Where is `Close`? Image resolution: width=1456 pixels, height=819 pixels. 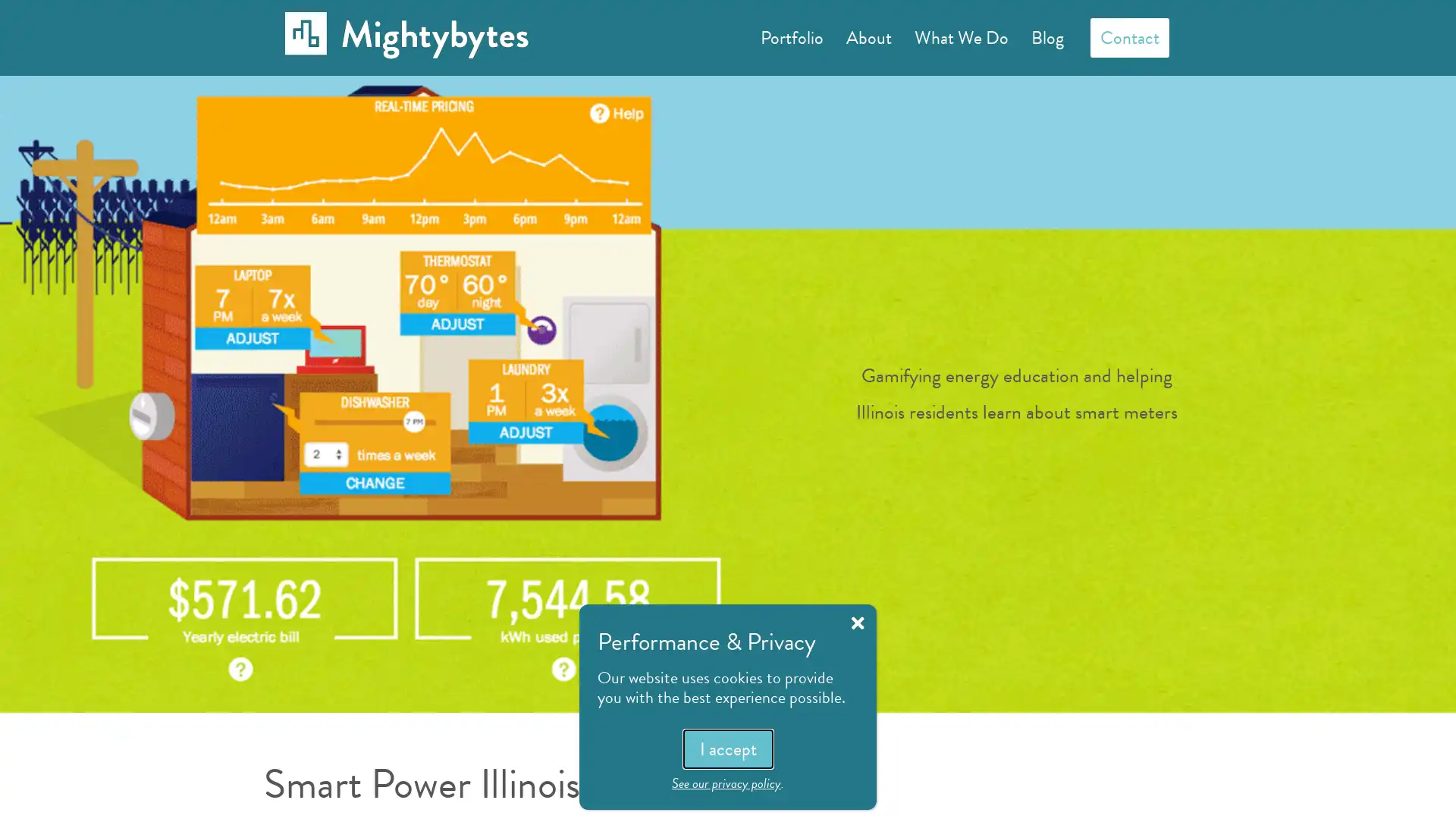 Close is located at coordinates (858, 623).